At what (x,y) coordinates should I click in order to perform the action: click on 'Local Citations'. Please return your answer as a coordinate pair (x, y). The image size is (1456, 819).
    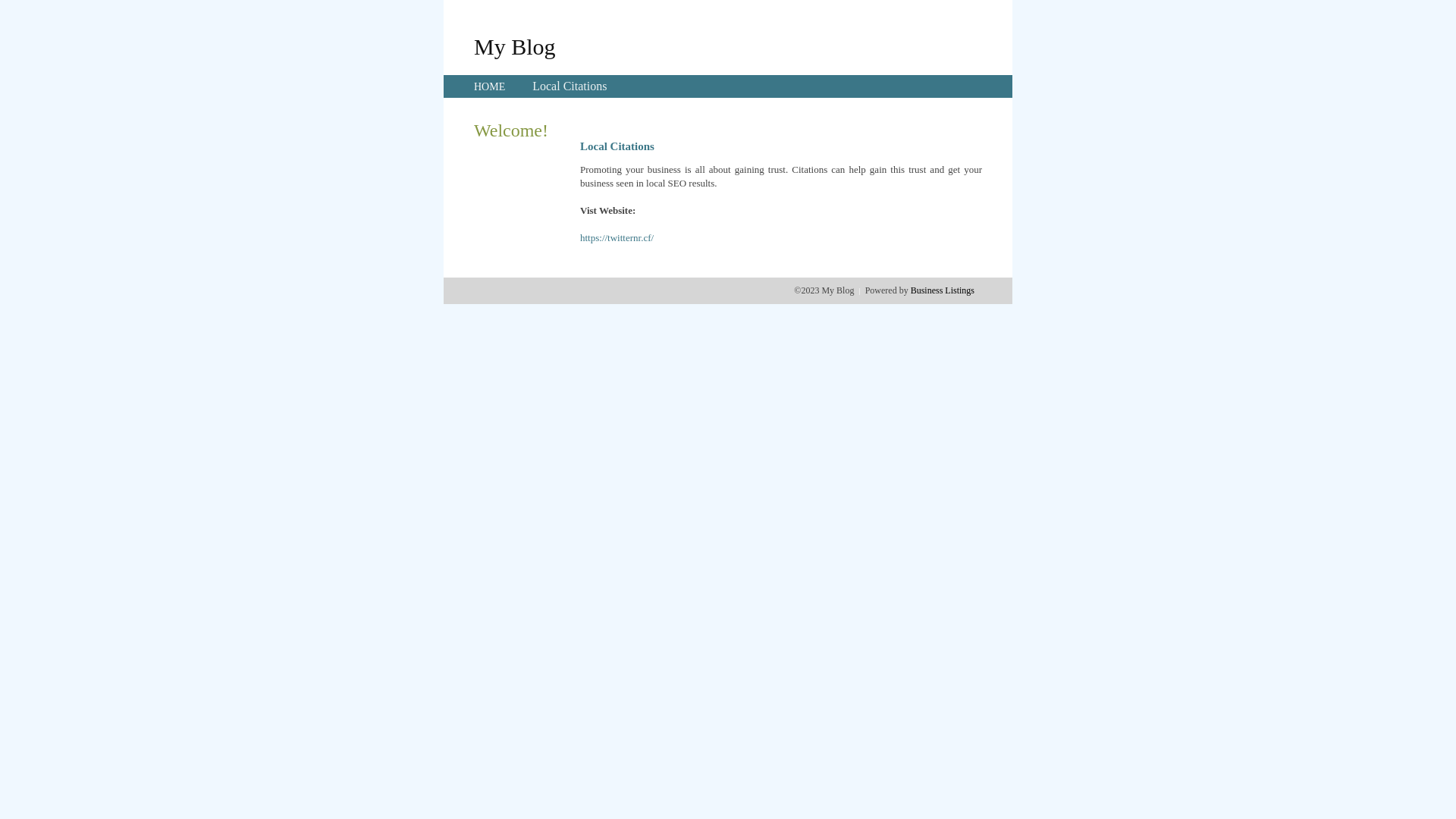
    Looking at the image, I should click on (532, 86).